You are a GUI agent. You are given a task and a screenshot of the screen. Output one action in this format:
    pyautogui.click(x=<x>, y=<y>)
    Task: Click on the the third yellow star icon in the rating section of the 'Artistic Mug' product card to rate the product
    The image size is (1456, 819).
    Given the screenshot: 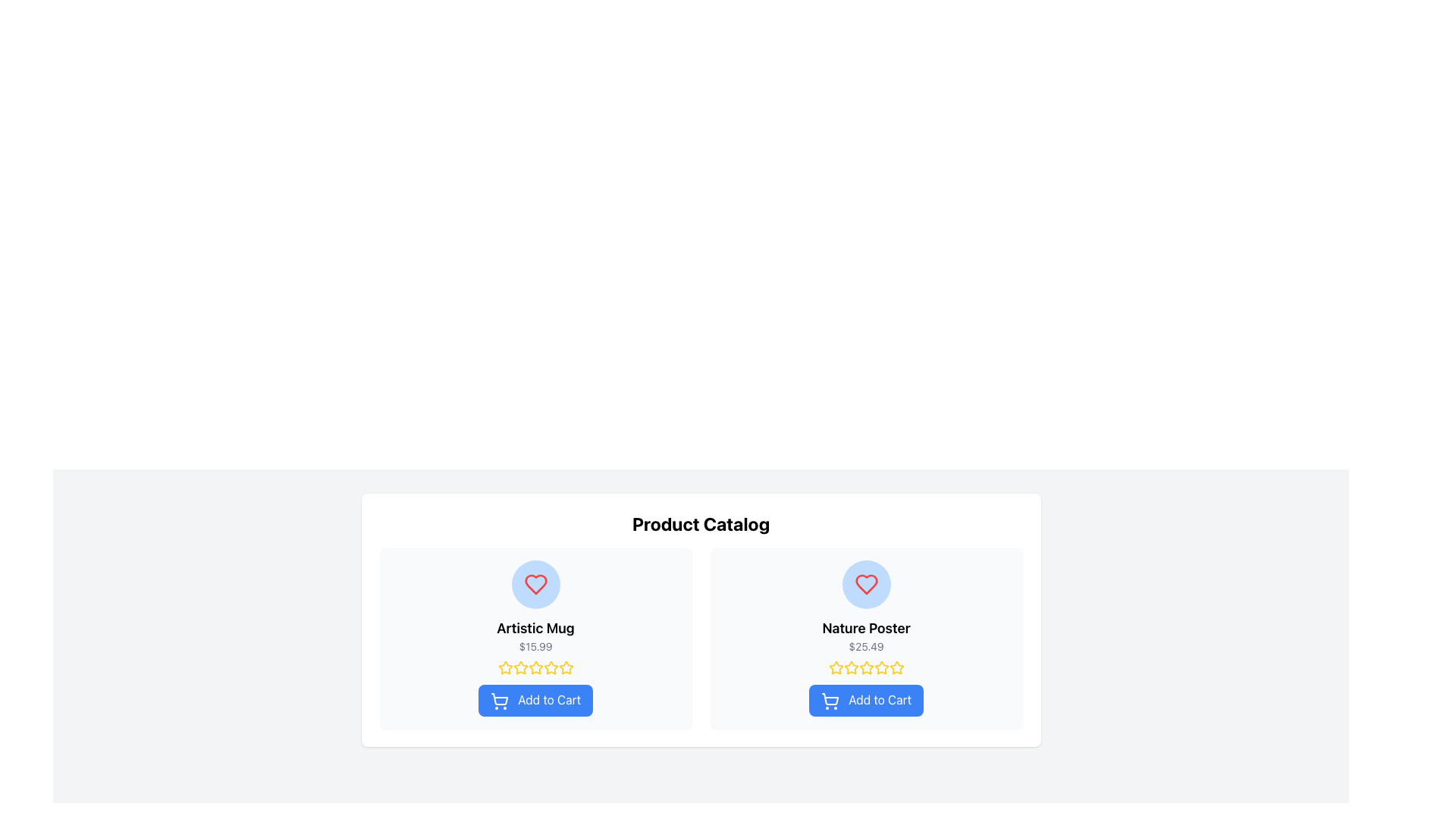 What is the action you would take?
    pyautogui.click(x=520, y=667)
    